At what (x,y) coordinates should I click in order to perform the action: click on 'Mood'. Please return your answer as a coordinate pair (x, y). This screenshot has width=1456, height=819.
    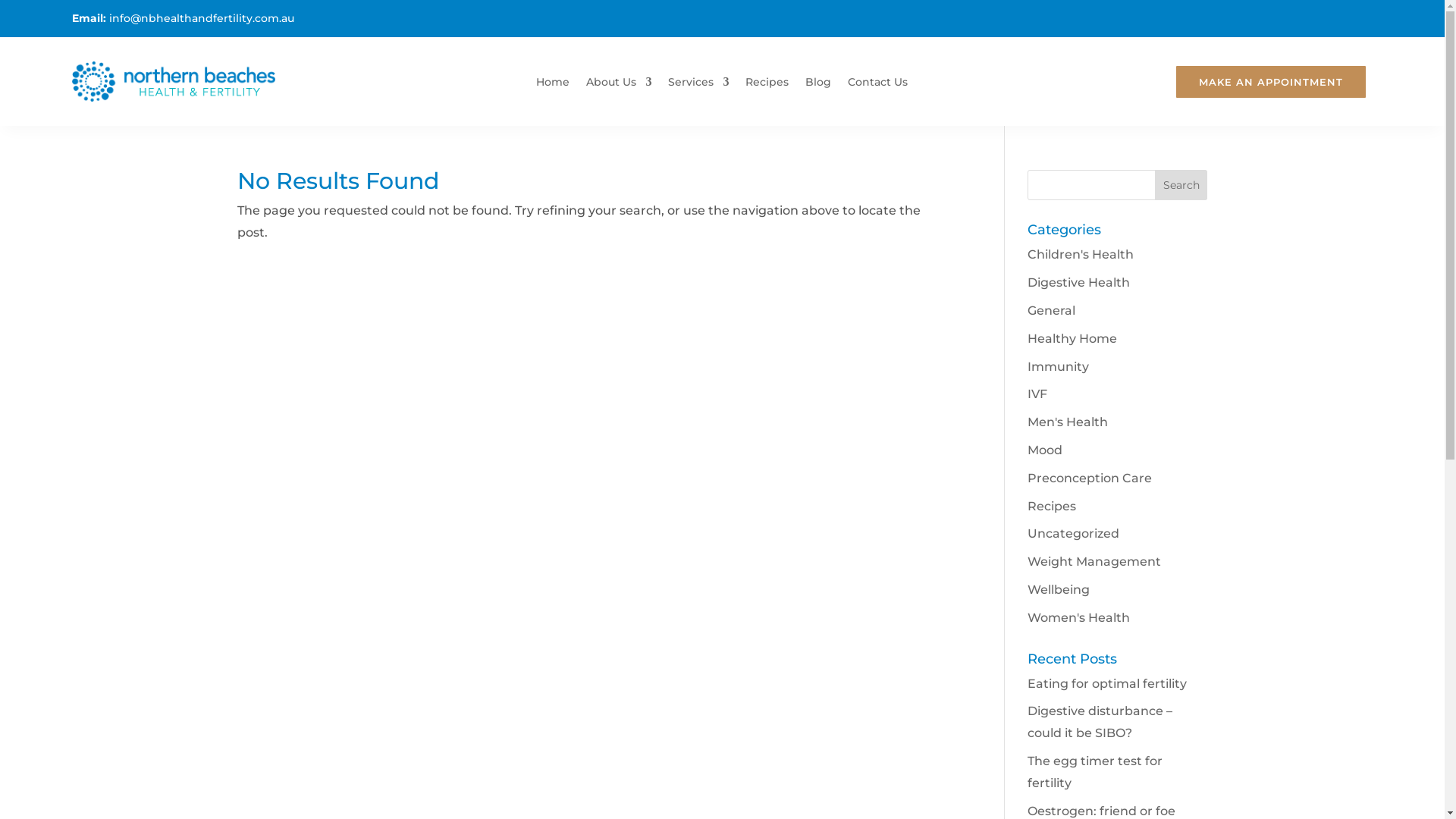
    Looking at the image, I should click on (1043, 449).